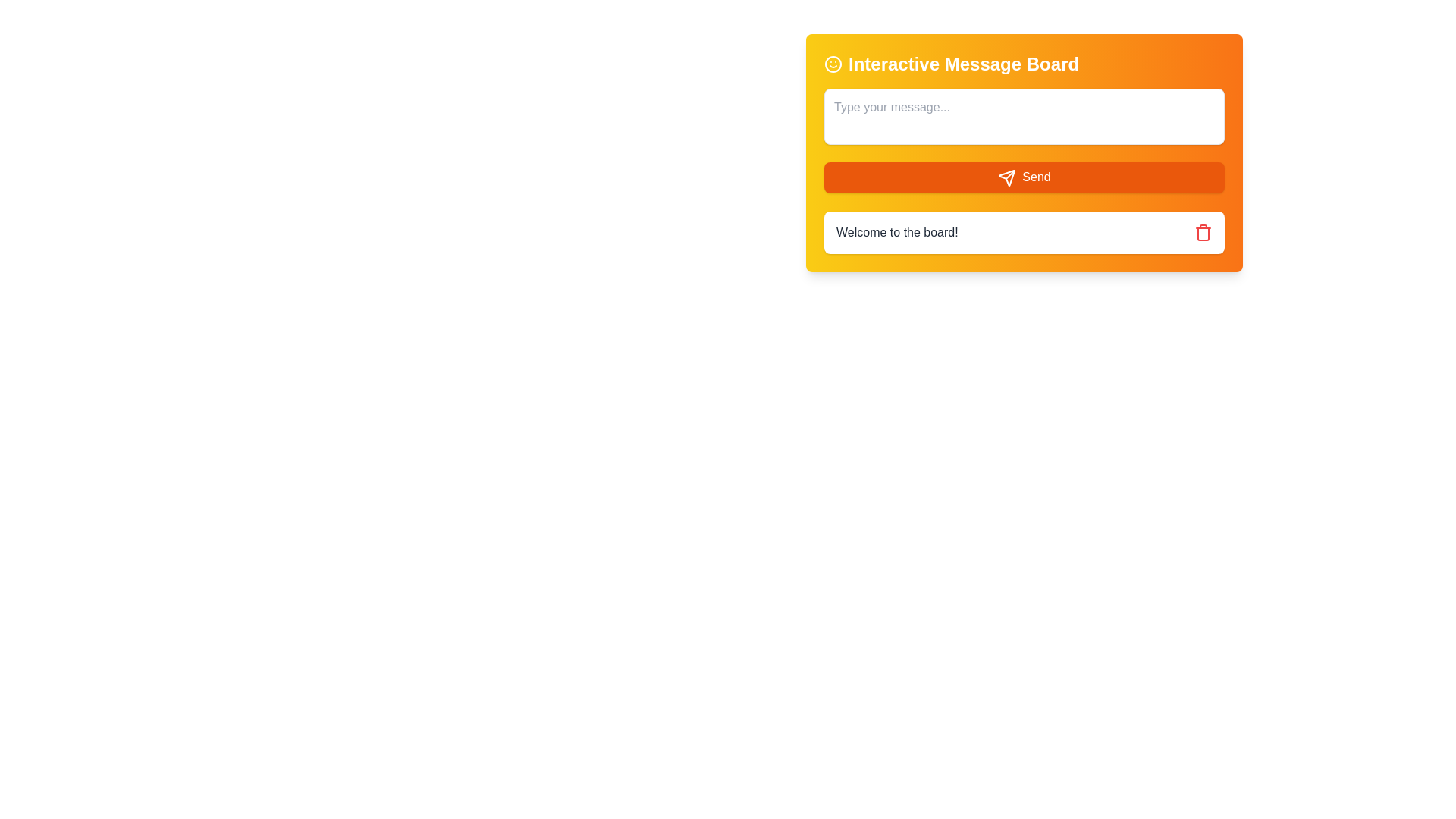 The image size is (1456, 819). I want to click on the decorative smiley icon located to the immediate left of the 'Interactive Message Board' text, which emphasizes the interactive theme of the board, so click(833, 63).